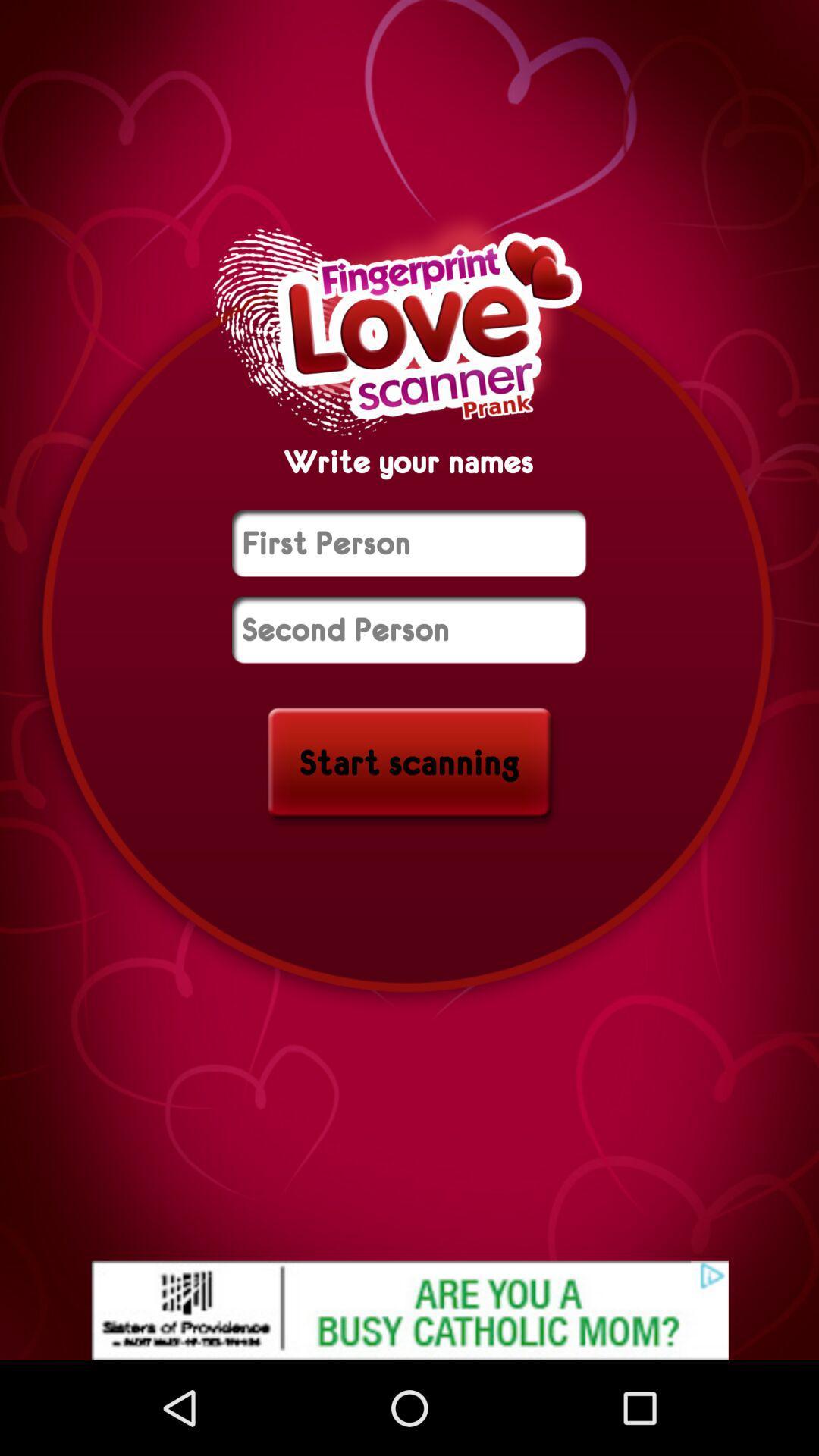  I want to click on game page, so click(408, 629).